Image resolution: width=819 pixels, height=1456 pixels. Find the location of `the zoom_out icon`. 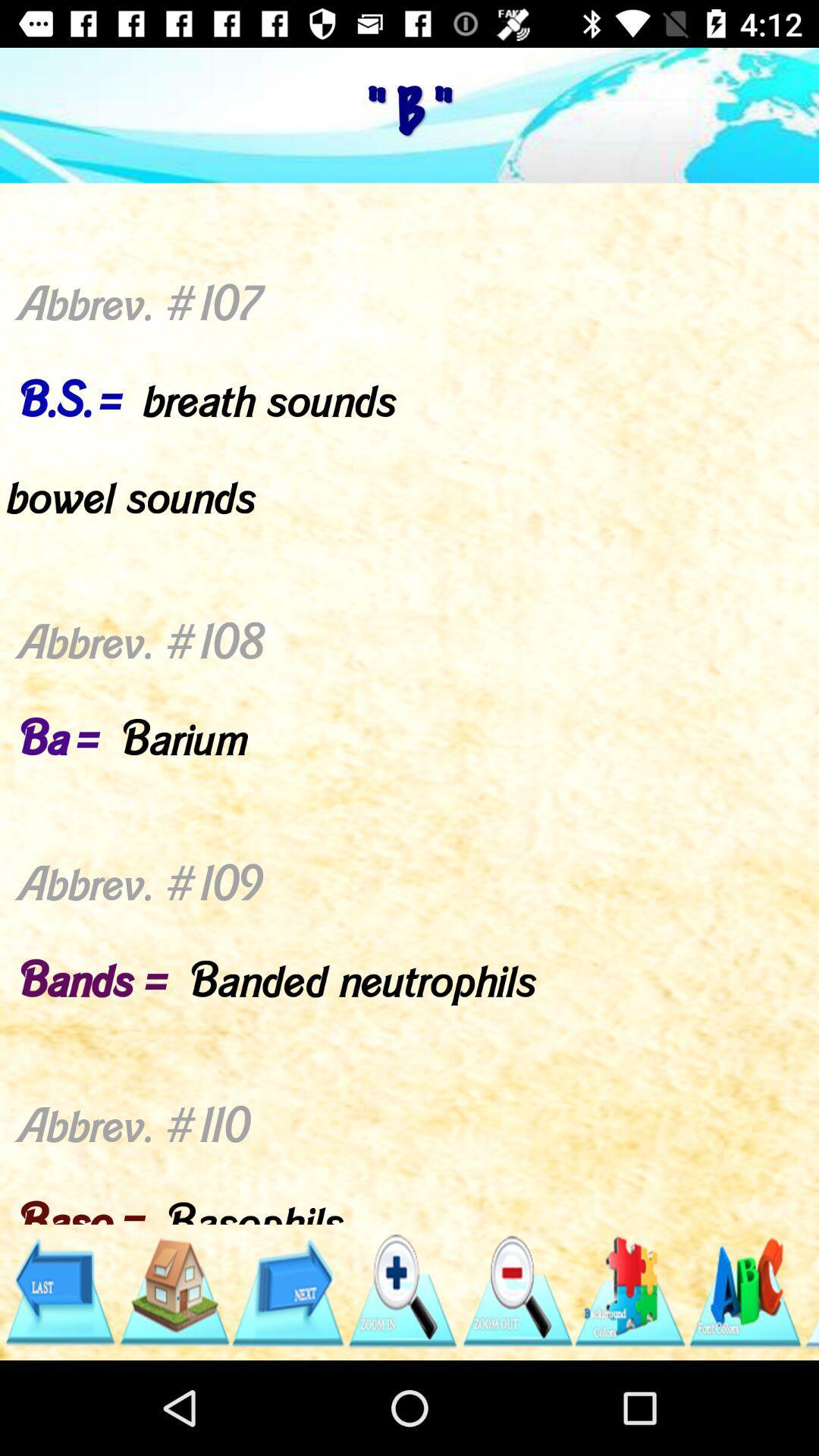

the zoom_out icon is located at coordinates (516, 1291).